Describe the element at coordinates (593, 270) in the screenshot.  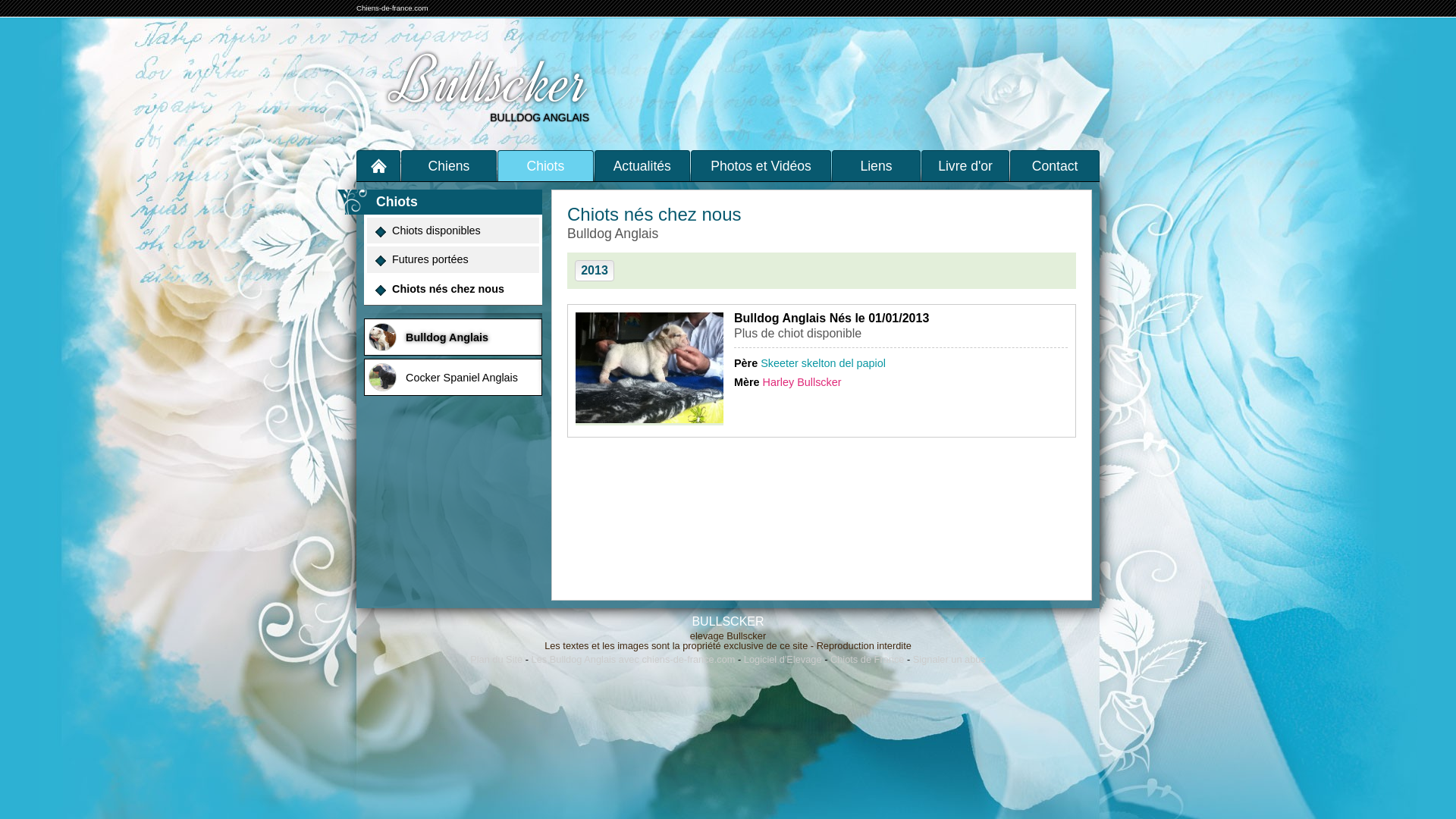
I see `'2013'` at that location.